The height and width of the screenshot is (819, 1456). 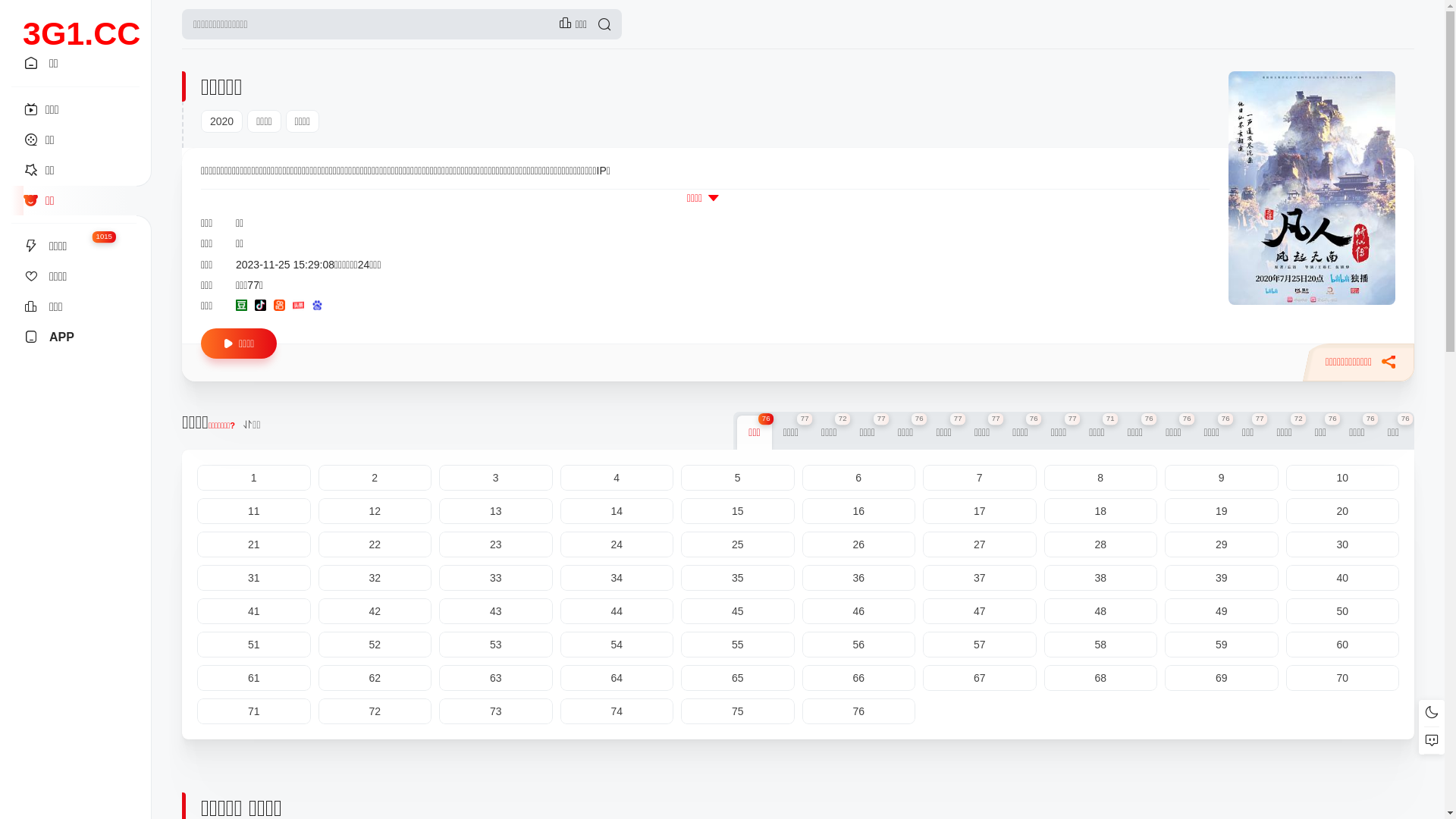 I want to click on '38', so click(x=1100, y=578).